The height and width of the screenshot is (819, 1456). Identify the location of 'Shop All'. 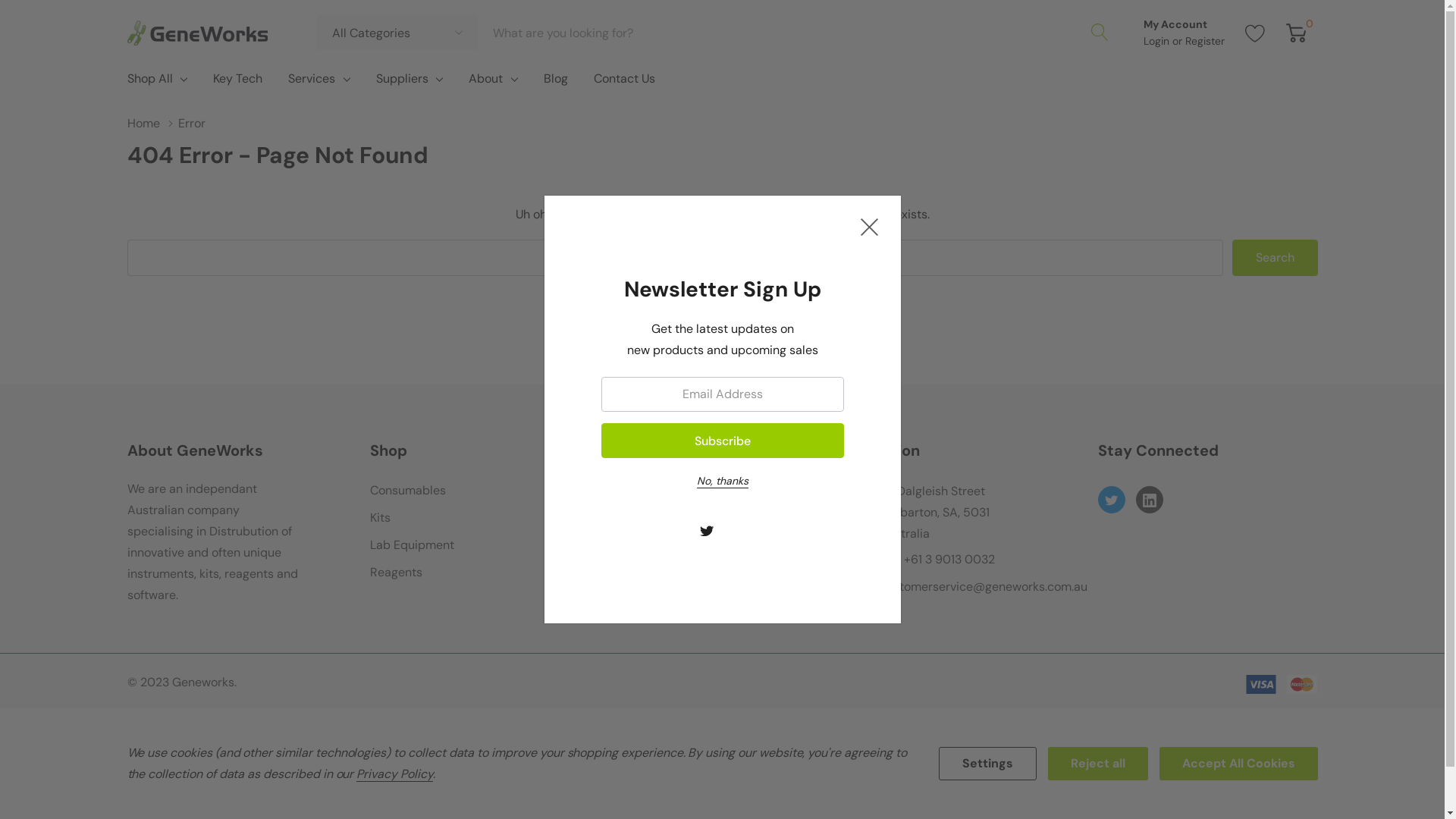
(149, 79).